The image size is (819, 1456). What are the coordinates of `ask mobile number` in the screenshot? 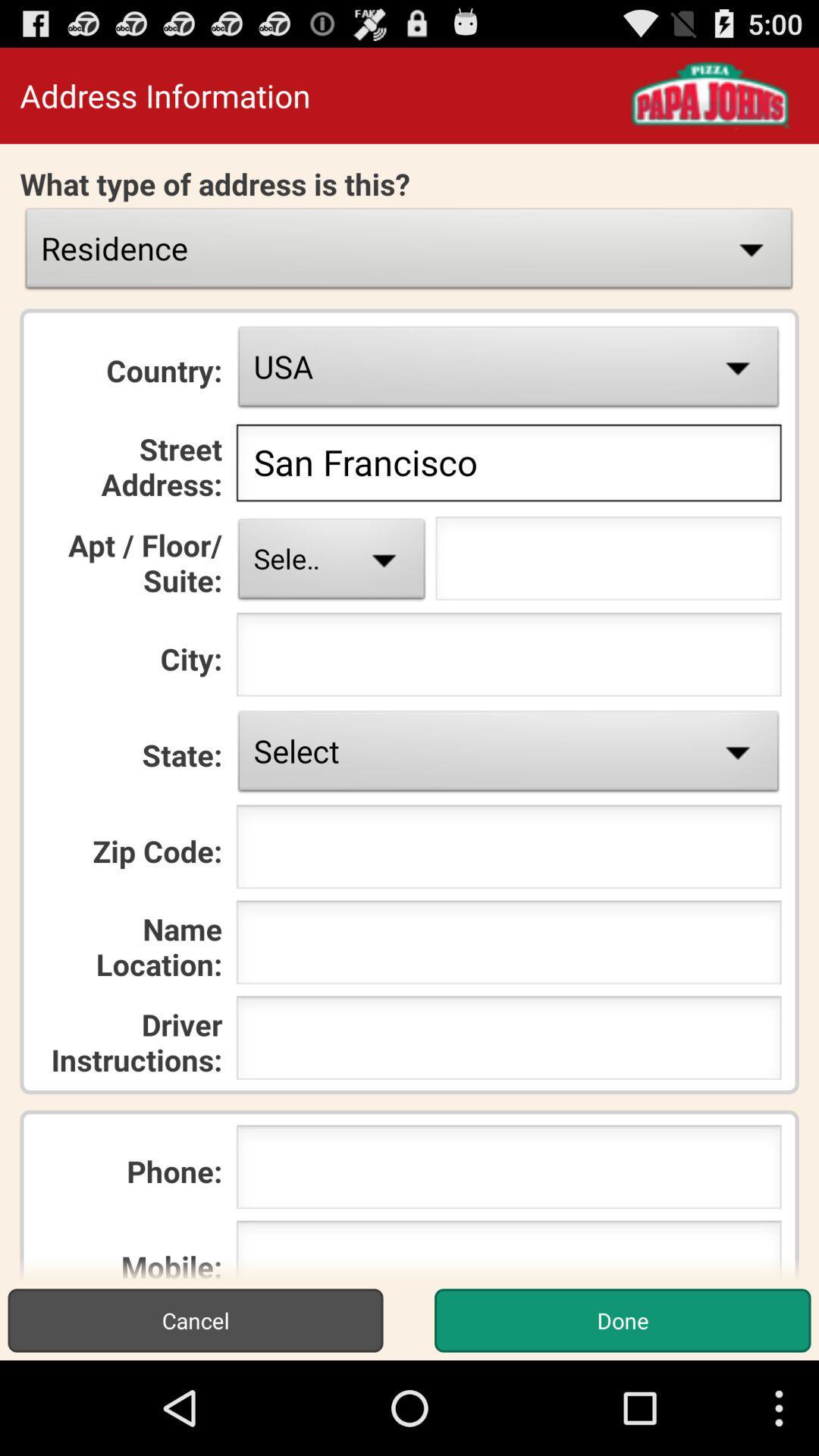 It's located at (509, 1250).